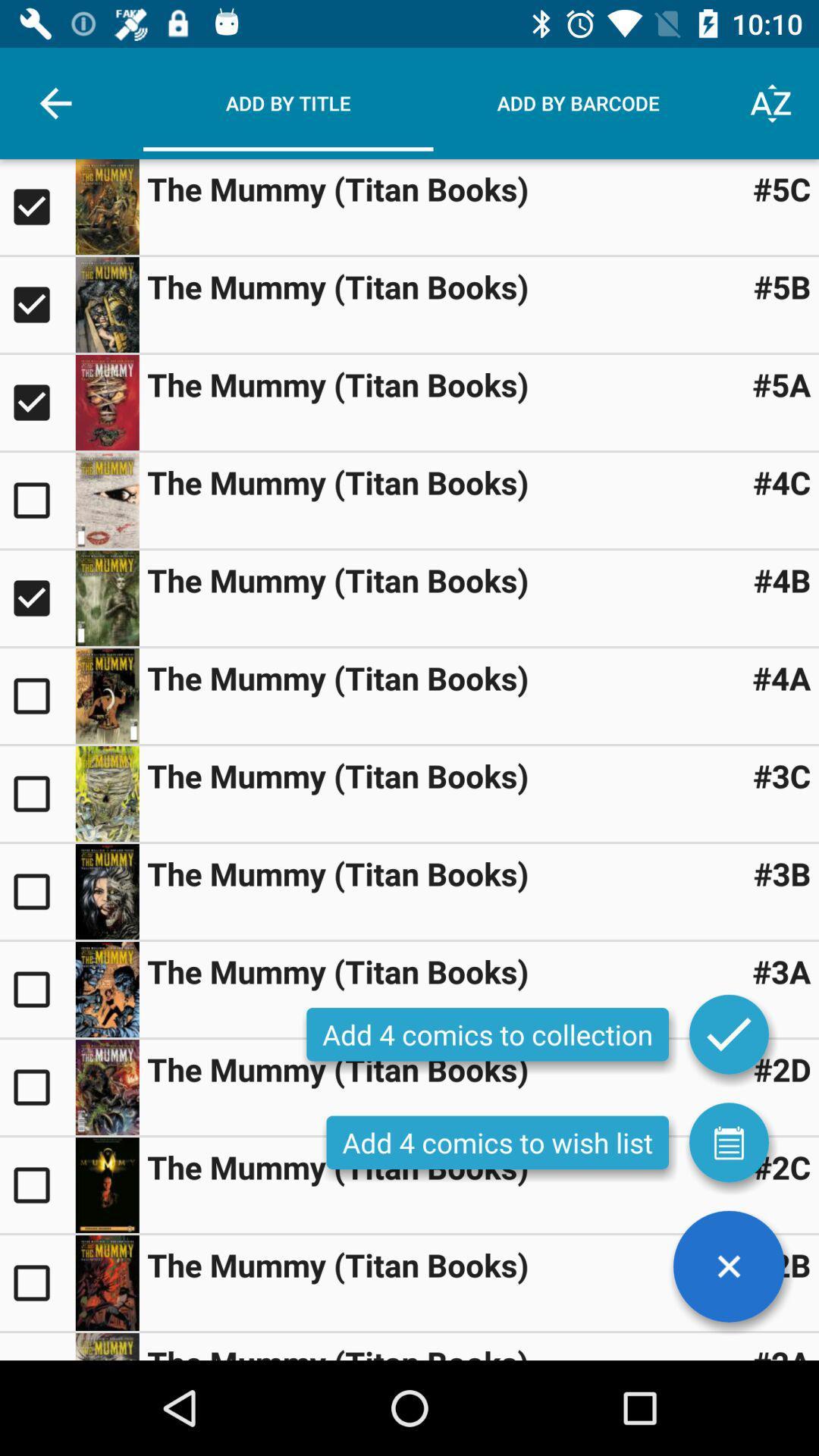  What do you see at coordinates (36, 1087) in the screenshot?
I see `a comic` at bounding box center [36, 1087].